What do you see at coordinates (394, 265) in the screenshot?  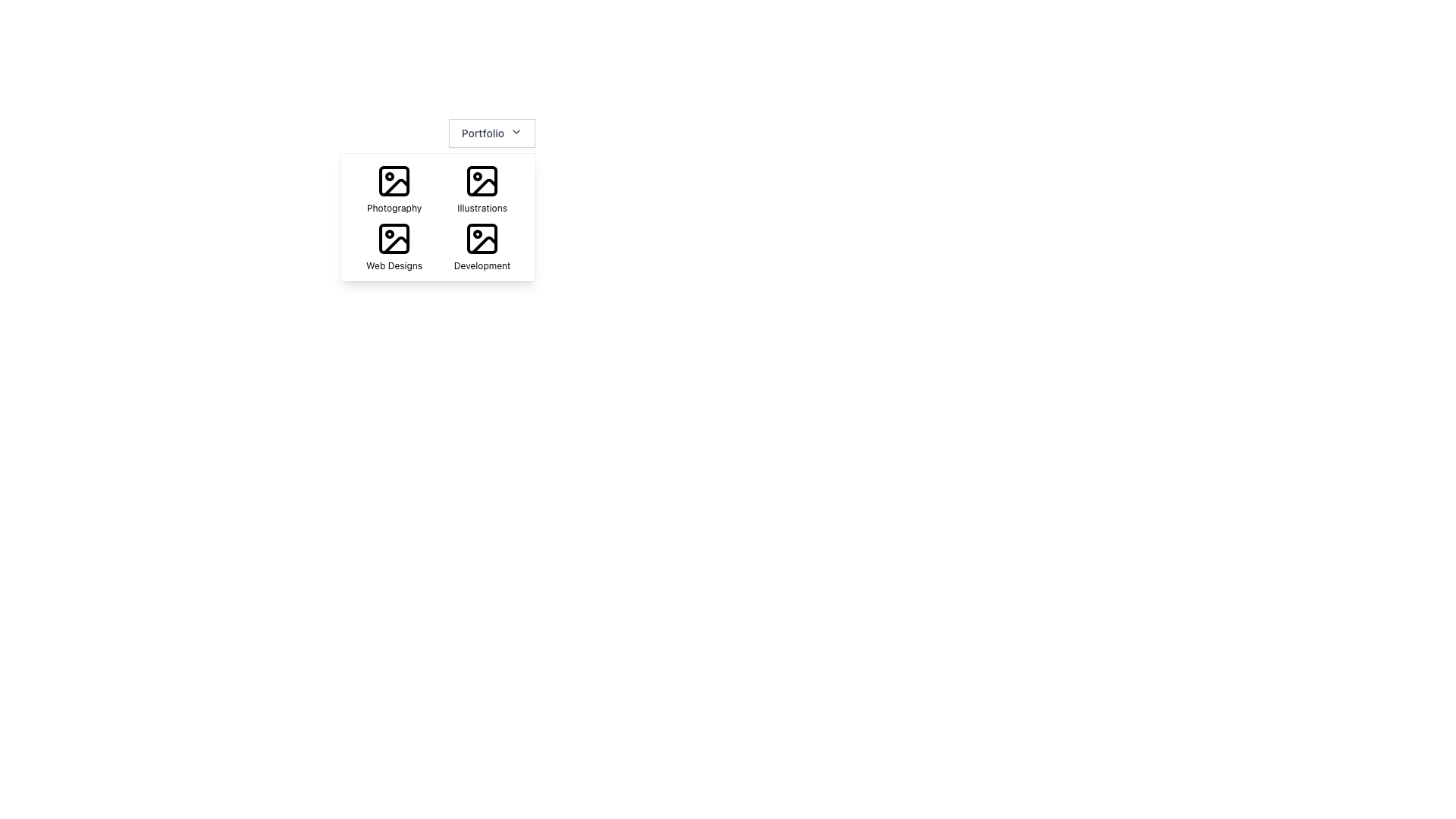 I see `the text label that describes the 'Web Designs' icon located beneath the bottom-left icon in a 2x2 grid of visual elements` at bounding box center [394, 265].